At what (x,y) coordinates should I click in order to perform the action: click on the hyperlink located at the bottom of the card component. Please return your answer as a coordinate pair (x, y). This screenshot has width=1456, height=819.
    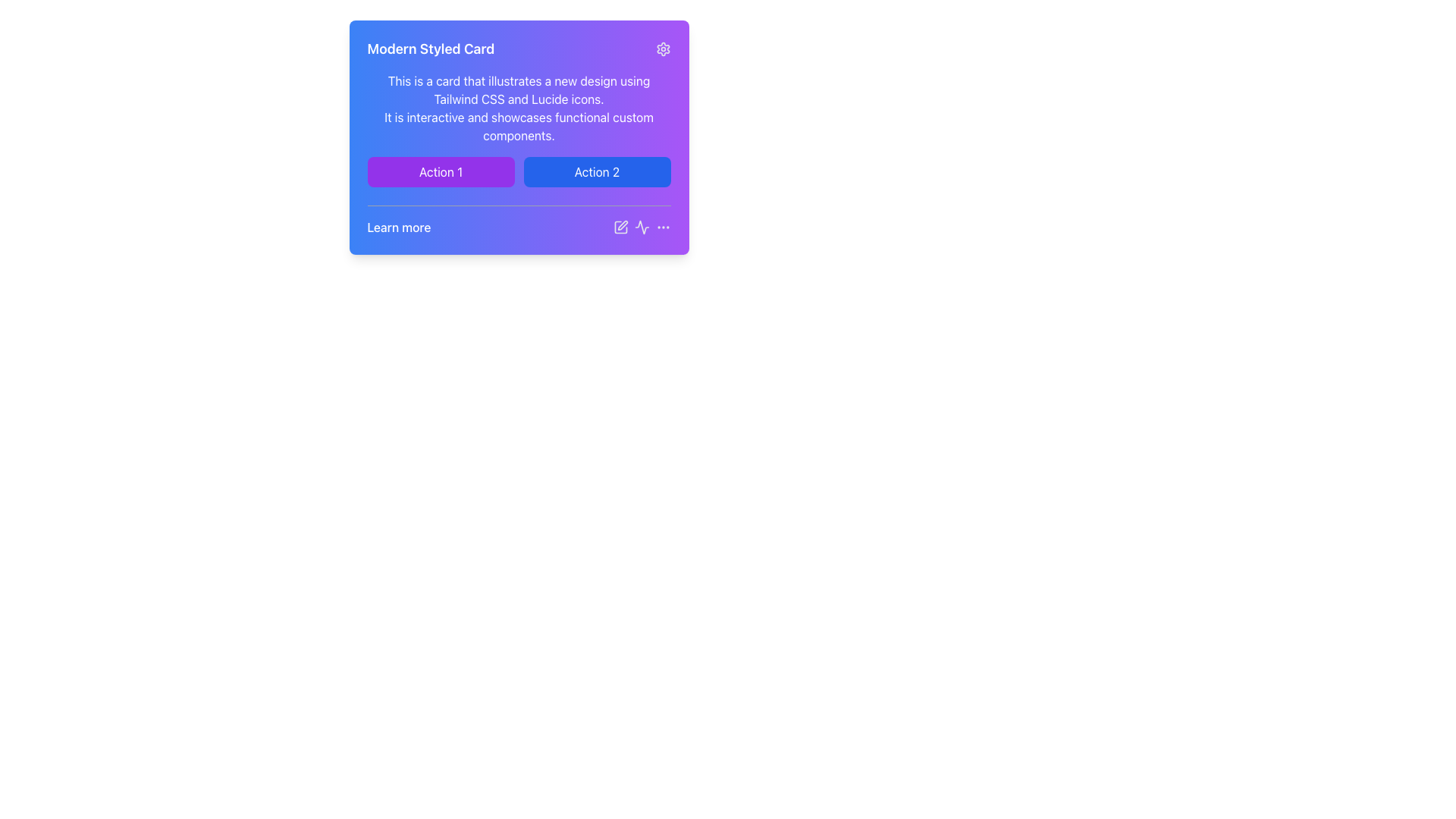
    Looking at the image, I should click on (399, 227).